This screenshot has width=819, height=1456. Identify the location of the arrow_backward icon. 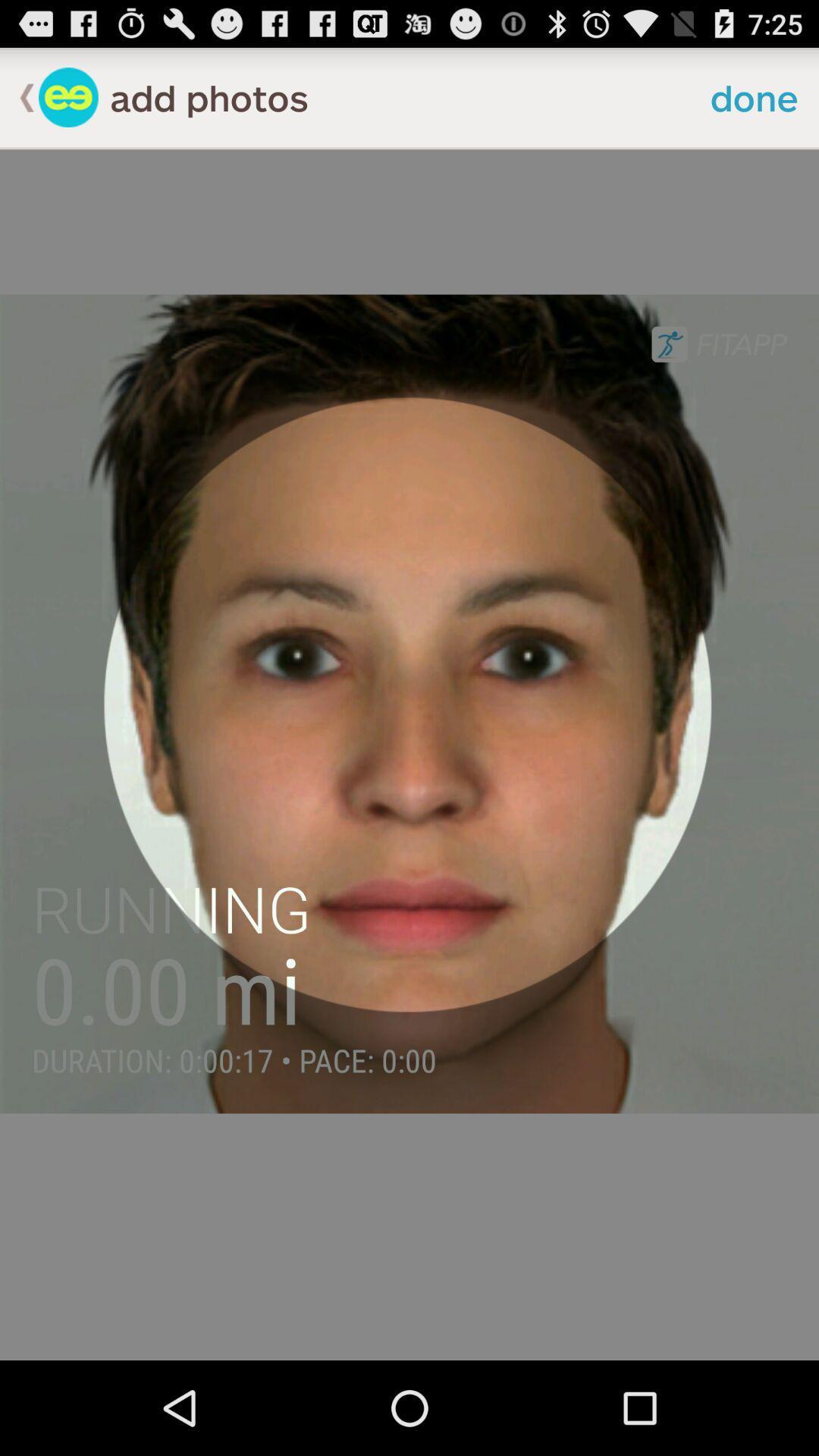
(19, 103).